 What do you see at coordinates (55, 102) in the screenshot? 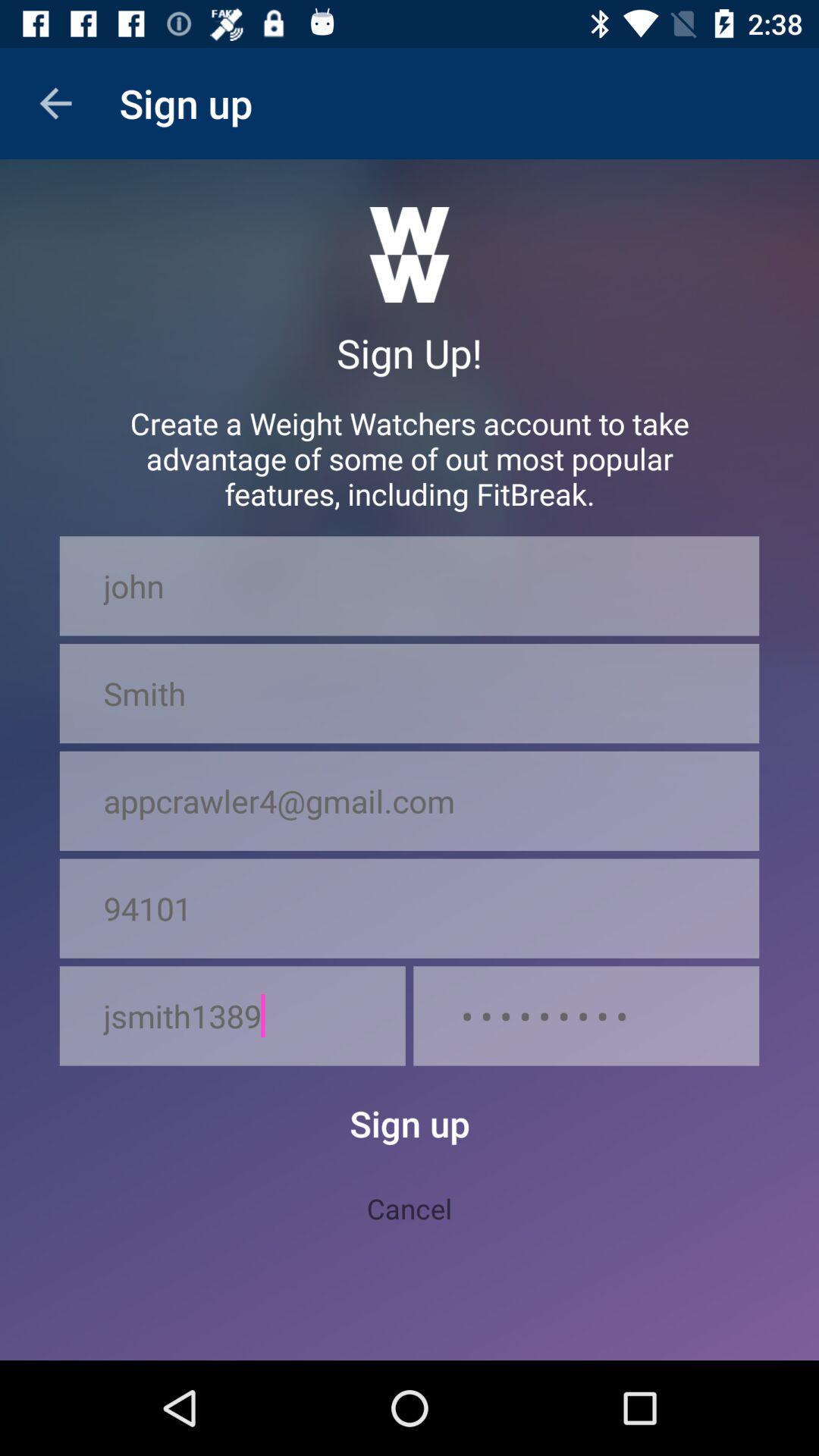
I see `item next to the sign up` at bounding box center [55, 102].